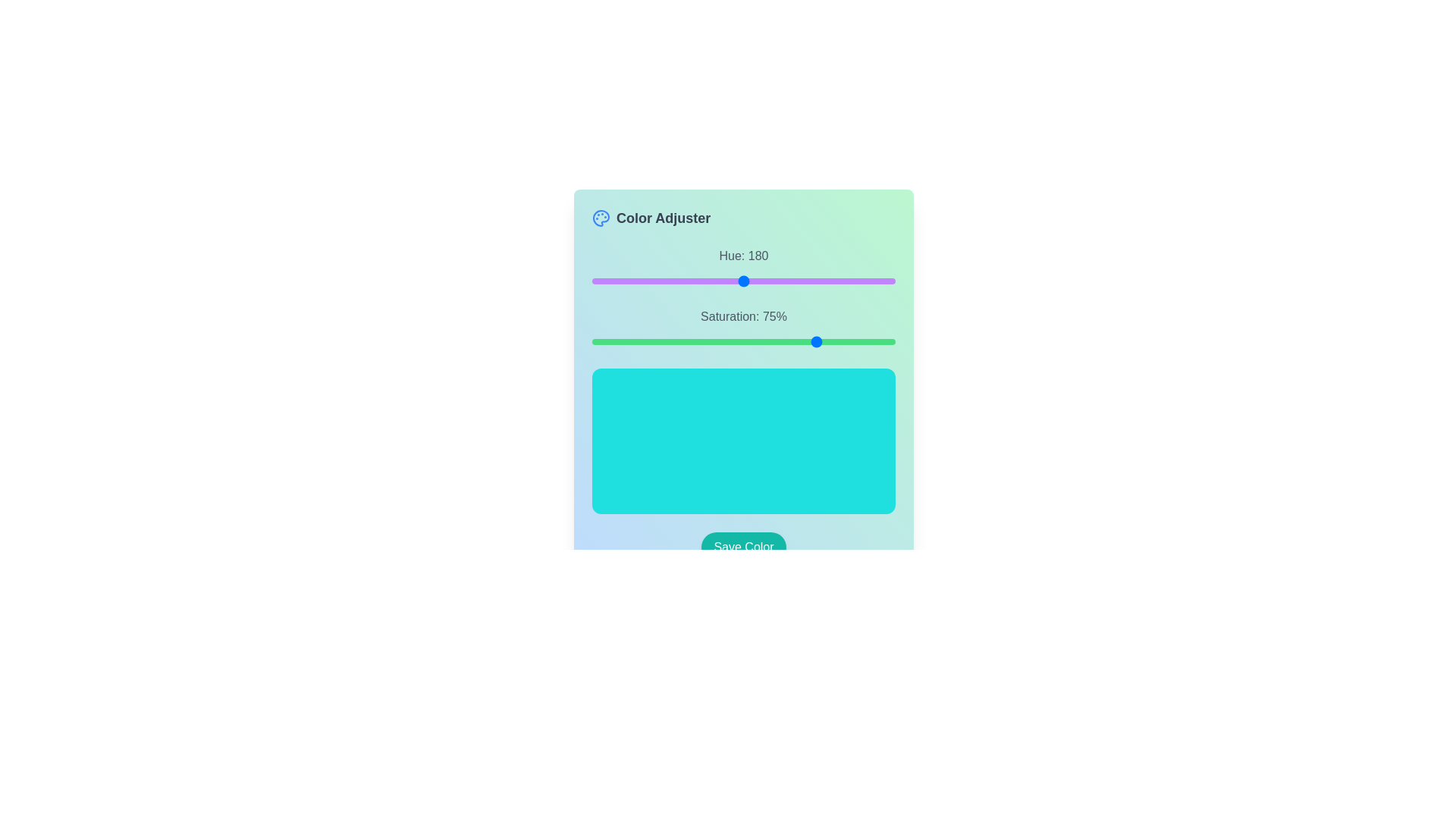  What do you see at coordinates (709, 342) in the screenshot?
I see `saturation` at bounding box center [709, 342].